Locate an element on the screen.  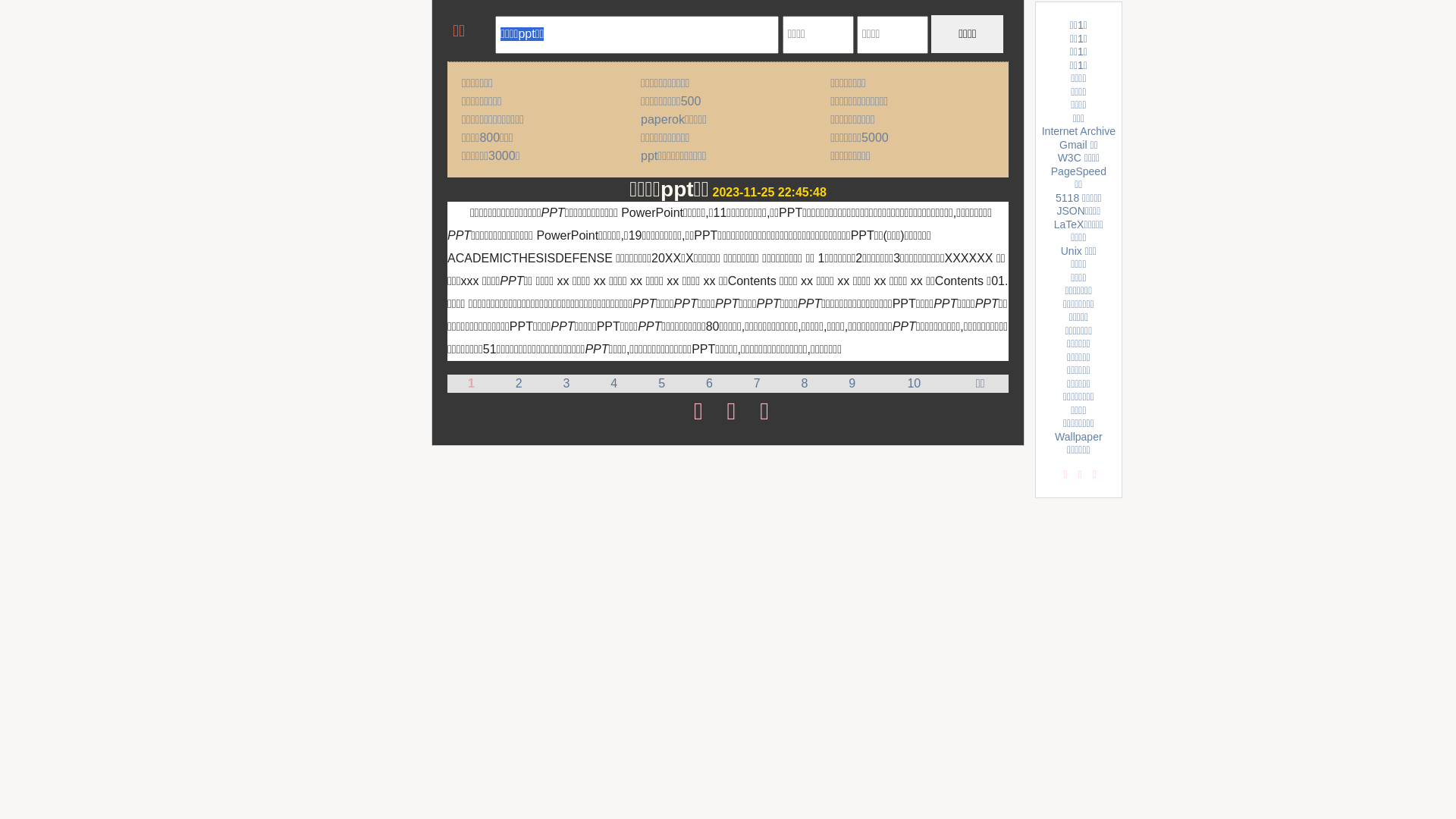
'2' is located at coordinates (519, 382).